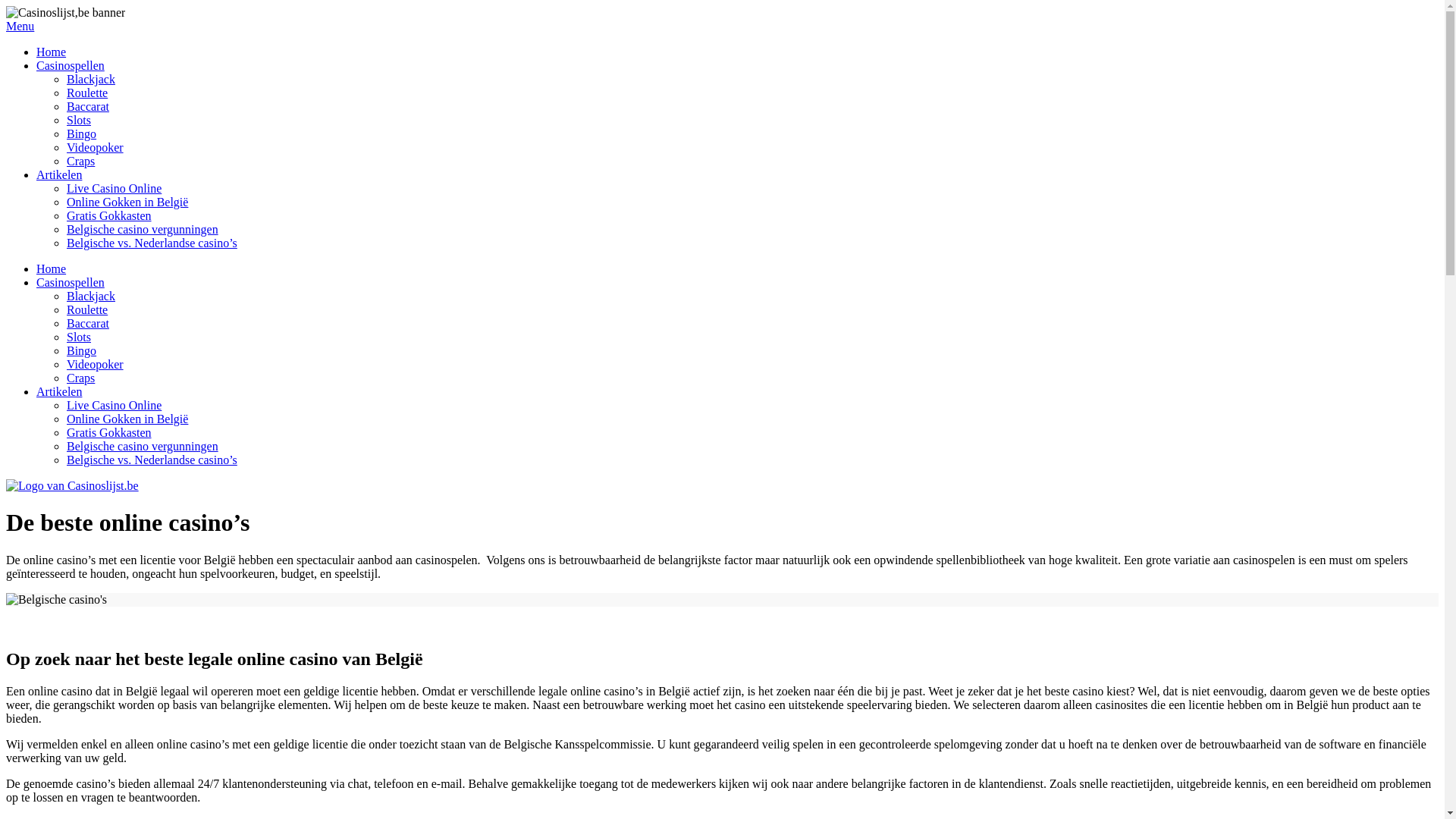 Image resolution: width=1456 pixels, height=819 pixels. I want to click on 'Baccarat', so click(86, 322).